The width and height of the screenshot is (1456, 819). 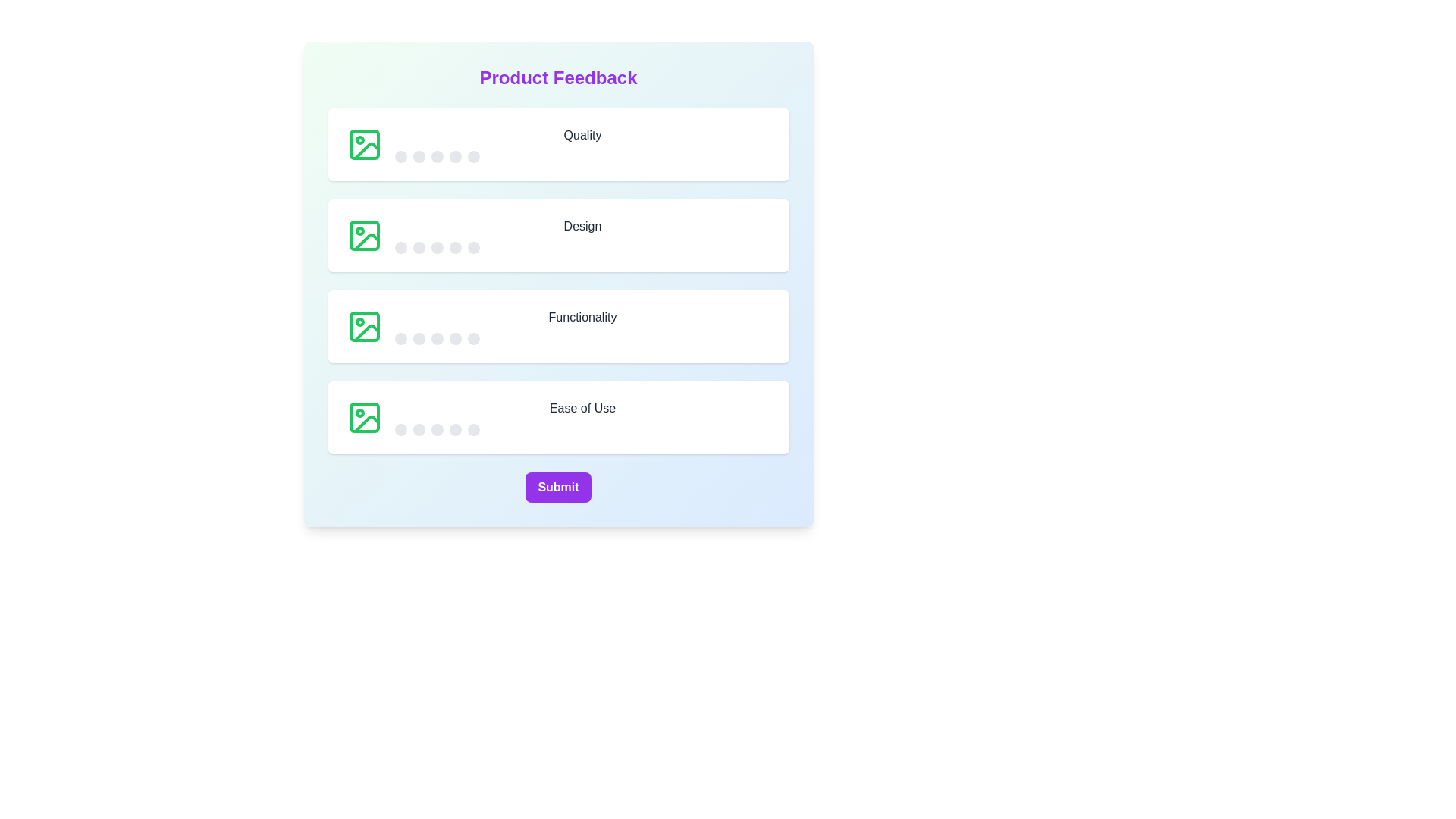 What do you see at coordinates (364, 236) in the screenshot?
I see `the image icon next to the category Design` at bounding box center [364, 236].